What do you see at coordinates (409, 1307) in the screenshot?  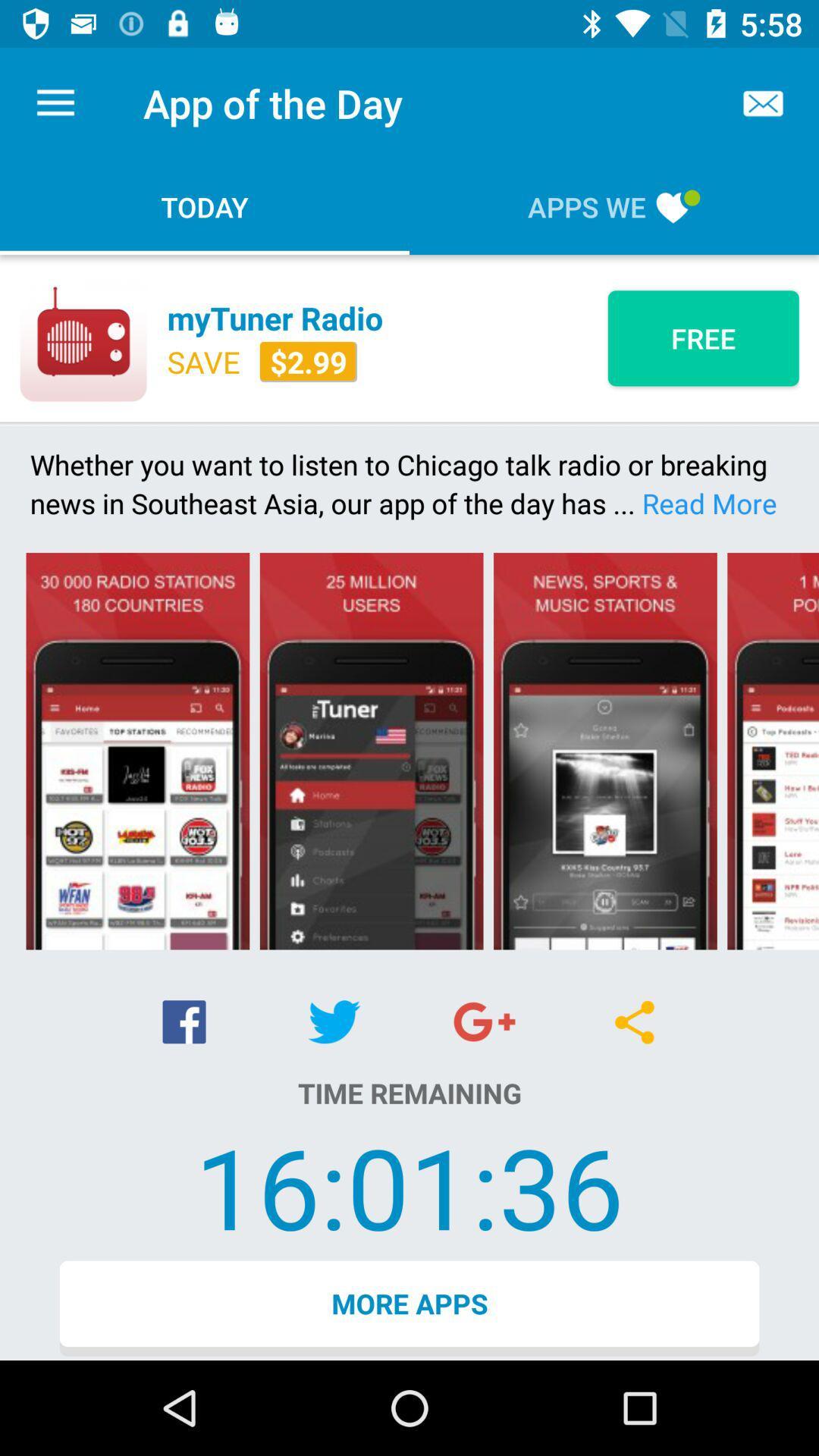 I see `icon below the 16:01:35` at bounding box center [409, 1307].